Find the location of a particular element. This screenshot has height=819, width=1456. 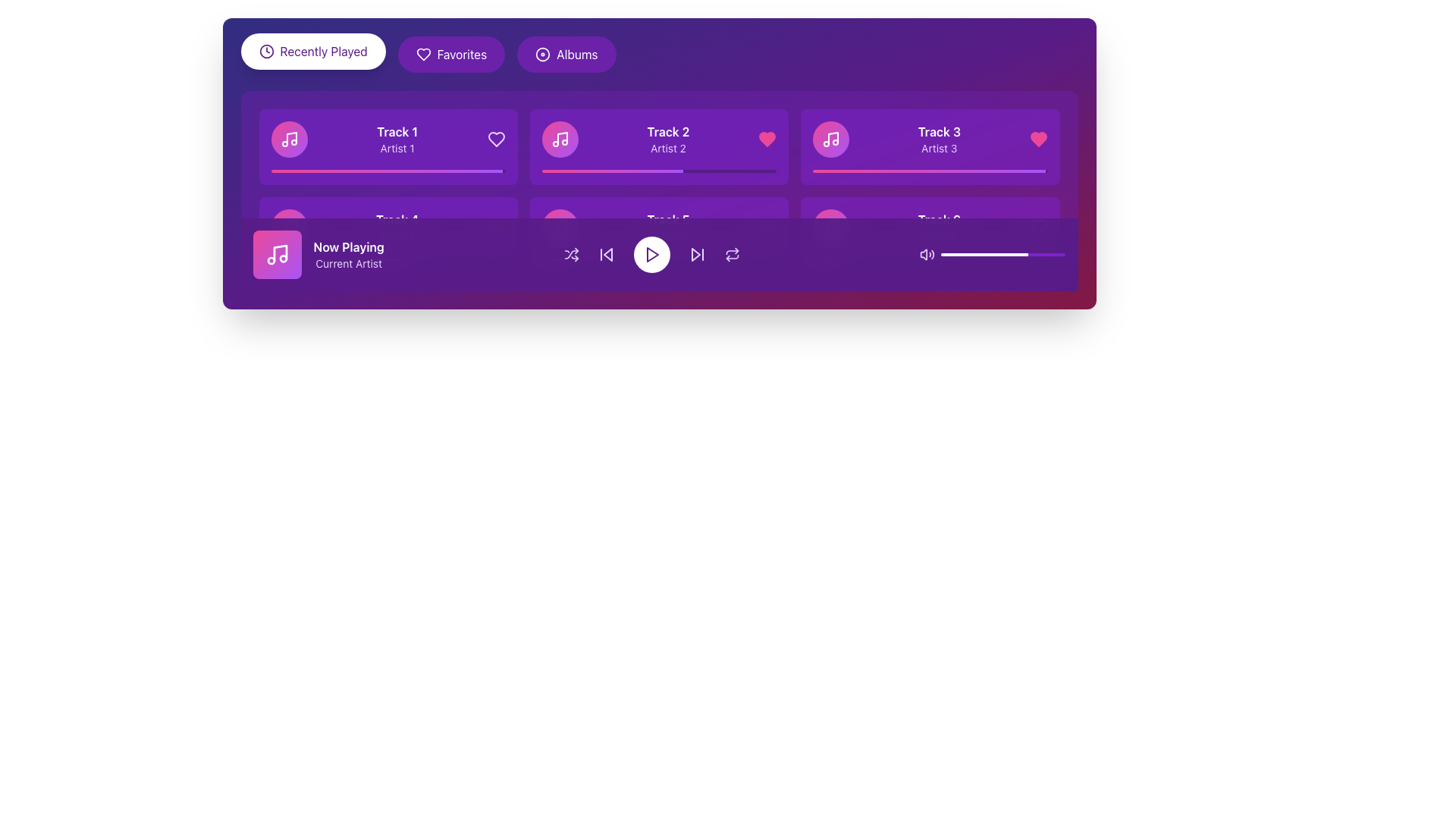

the playback control buttons in the music playback section, which features a prominent 'Now Playing' label on a purple background is located at coordinates (659, 253).